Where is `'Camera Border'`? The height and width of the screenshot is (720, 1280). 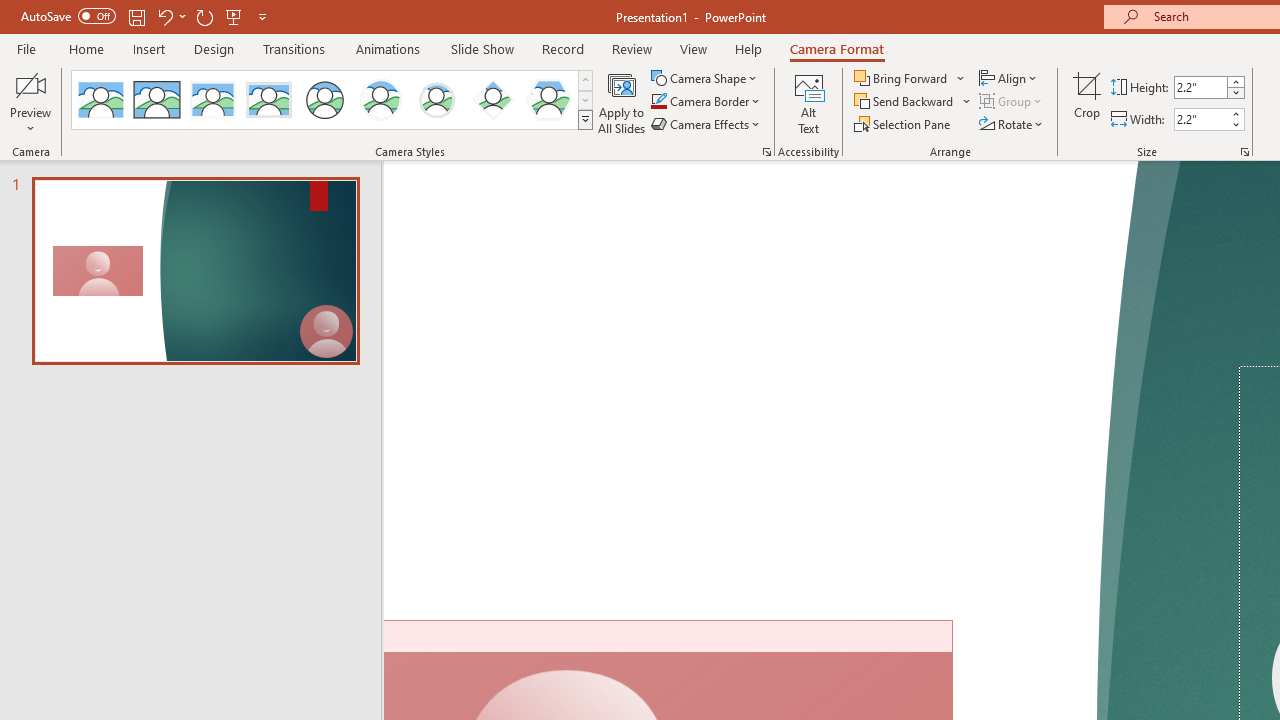
'Camera Border' is located at coordinates (706, 101).